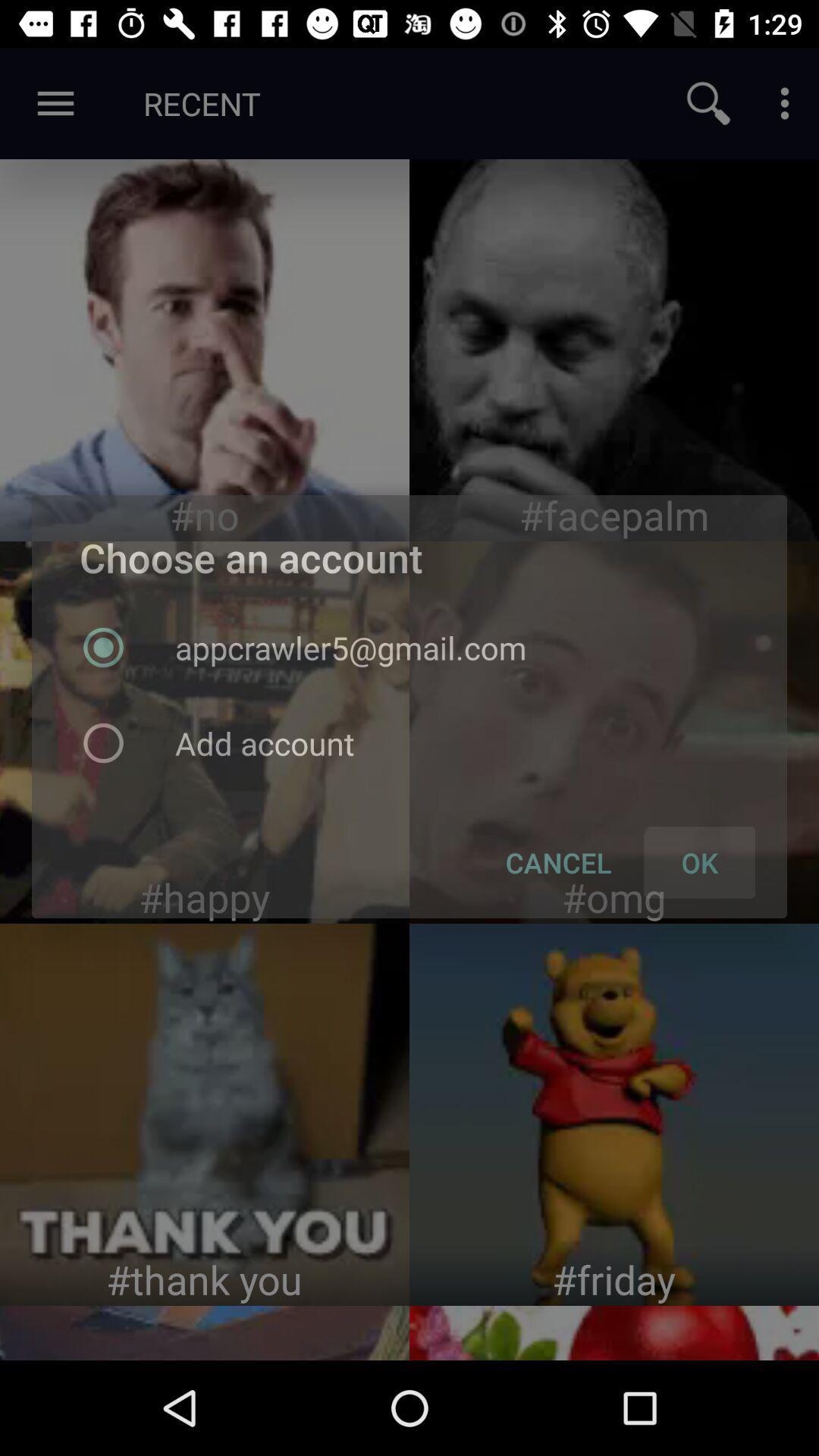 This screenshot has width=819, height=1456. Describe the element at coordinates (614, 349) in the screenshot. I see `element` at that location.